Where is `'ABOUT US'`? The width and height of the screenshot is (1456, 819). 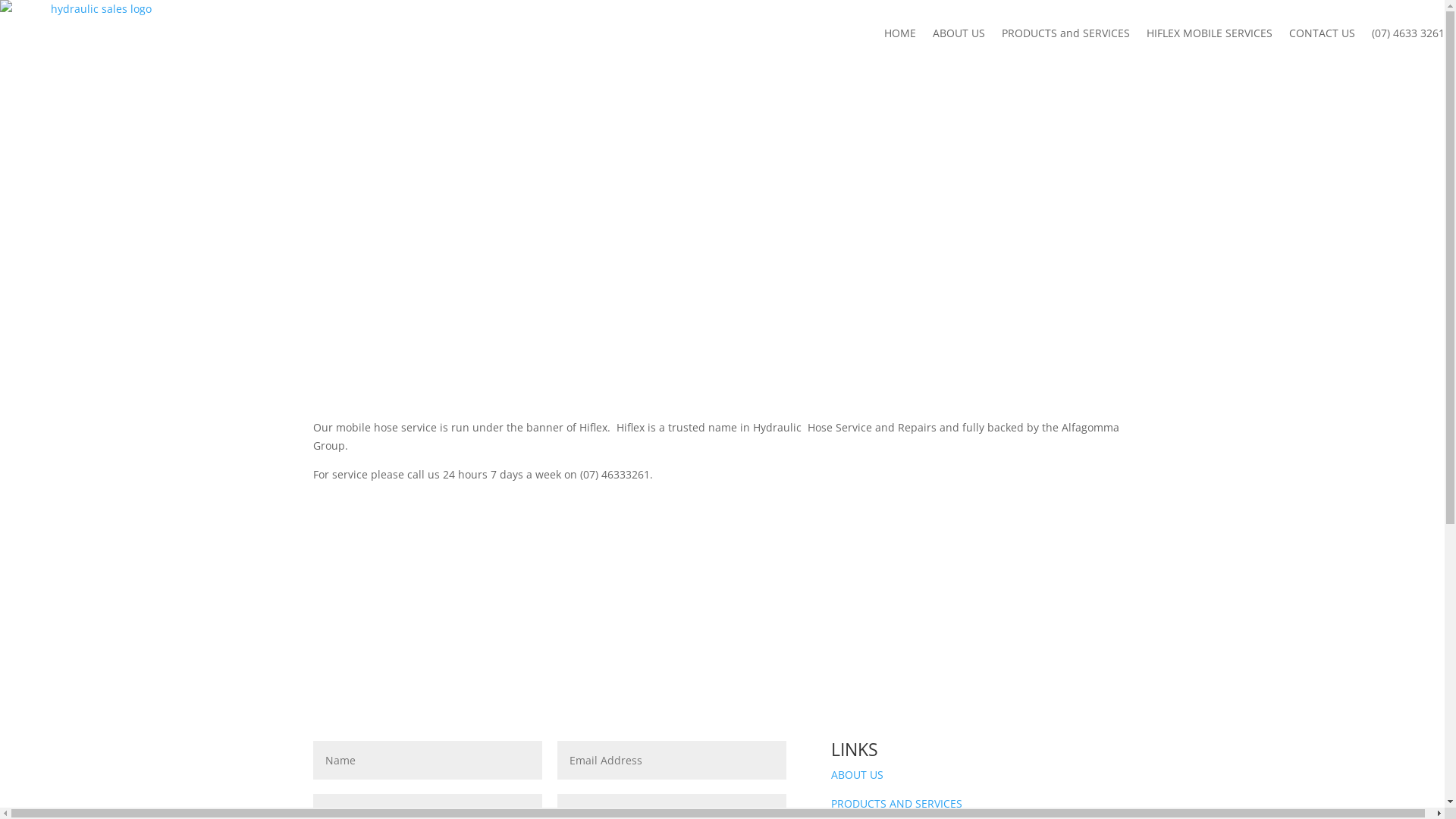
'ABOUT US' is located at coordinates (857, 774).